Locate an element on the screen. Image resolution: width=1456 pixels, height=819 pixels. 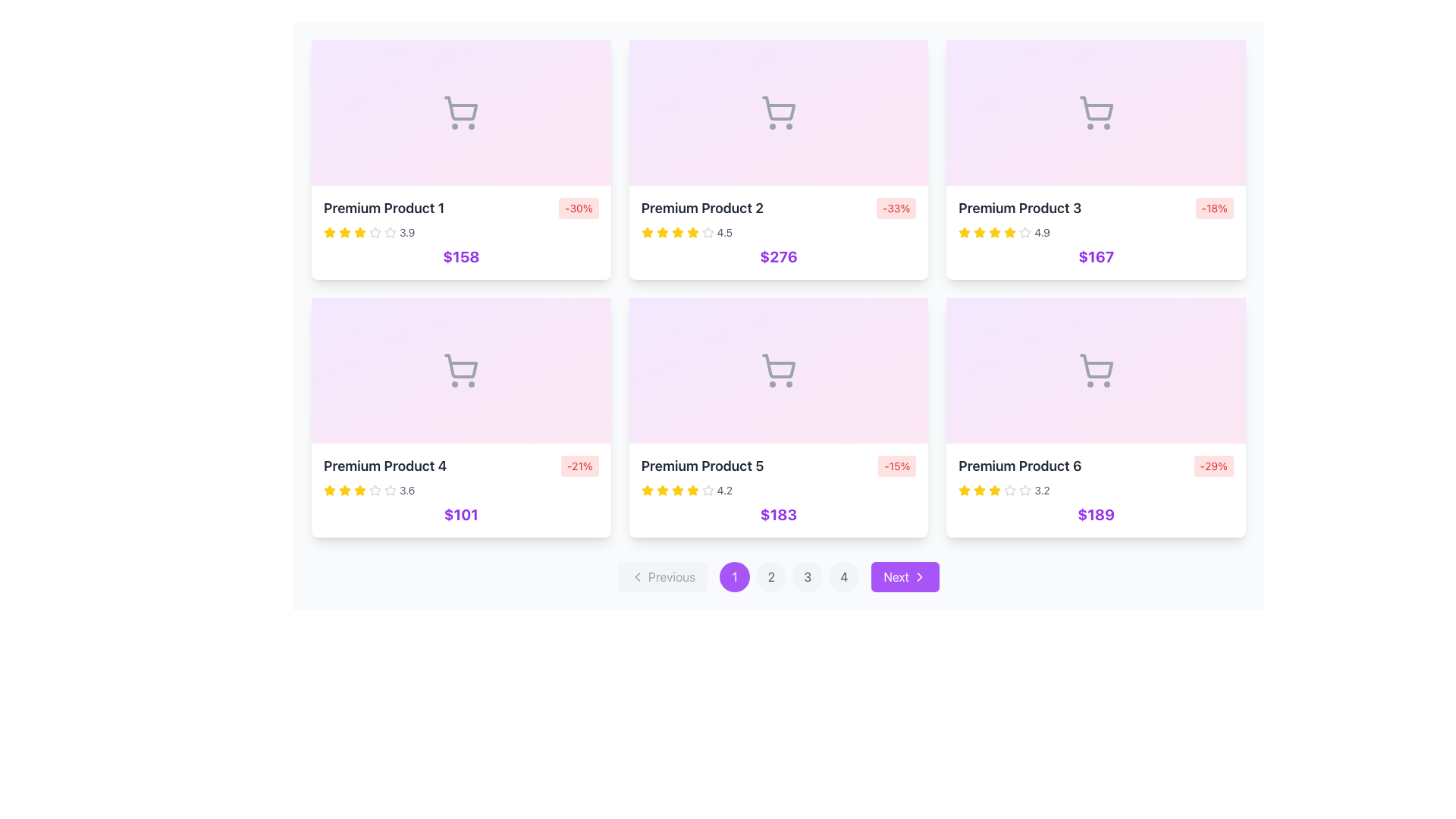
the graphical placeholder representing 'Premium Product 2' located at the top section of the card in the first row and second column of the grid layout is located at coordinates (779, 112).